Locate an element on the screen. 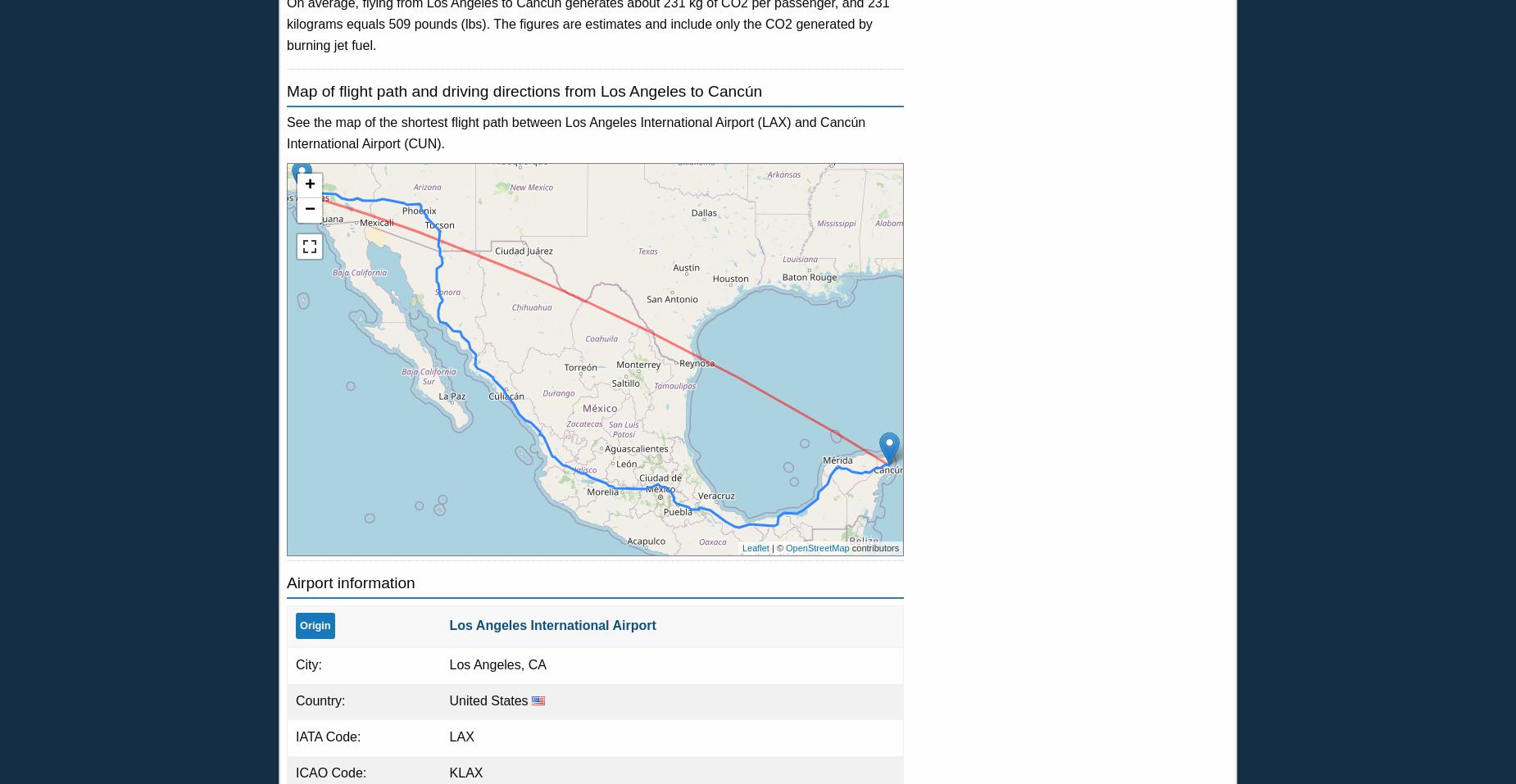 This screenshot has height=784, width=1516. 'IATA Code:' is located at coordinates (327, 736).